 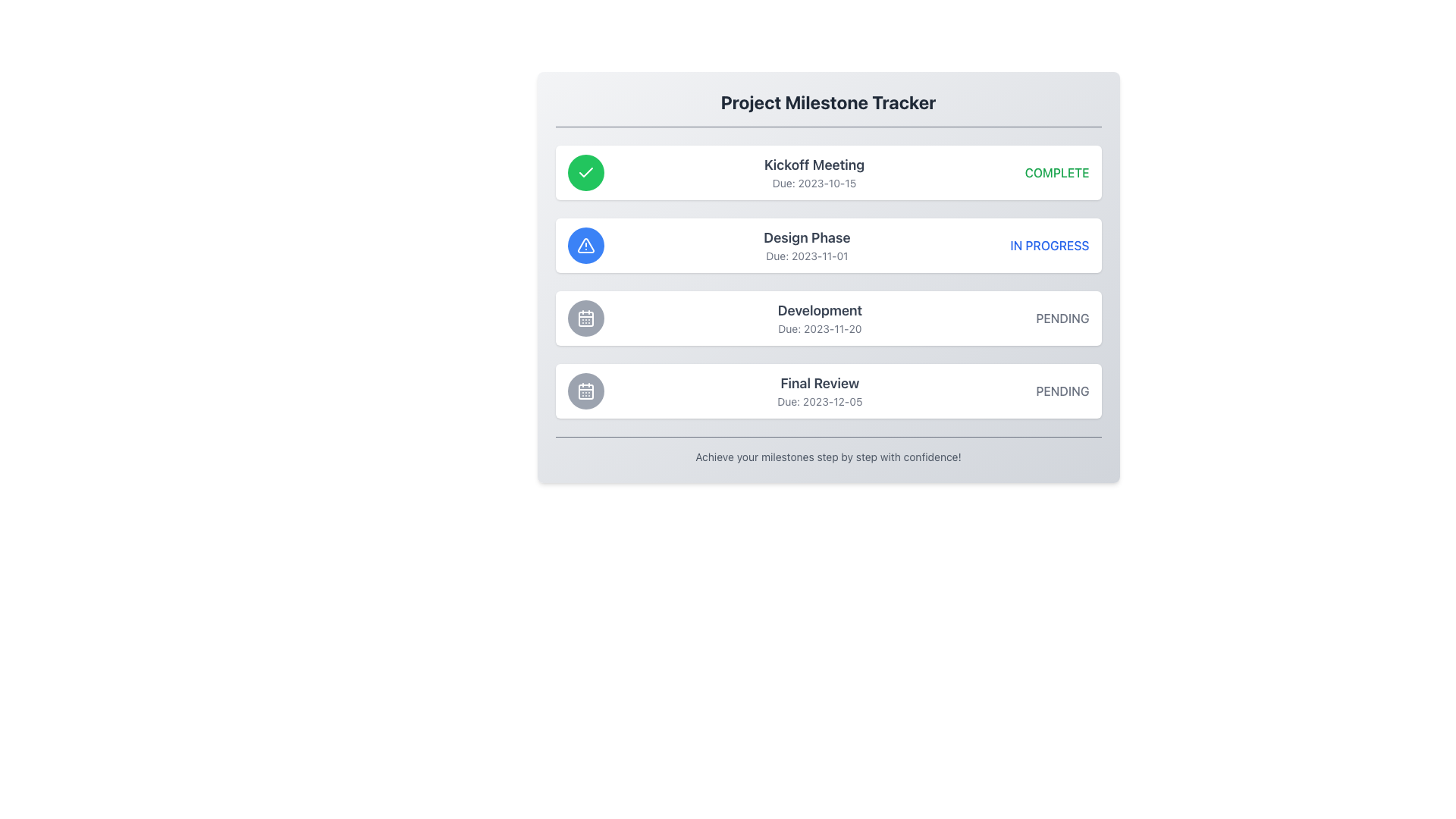 I want to click on the text label displaying 'Project Milestone Tracker' in bold, extra-large font located at the top of the milestone tracker interface, so click(x=827, y=102).